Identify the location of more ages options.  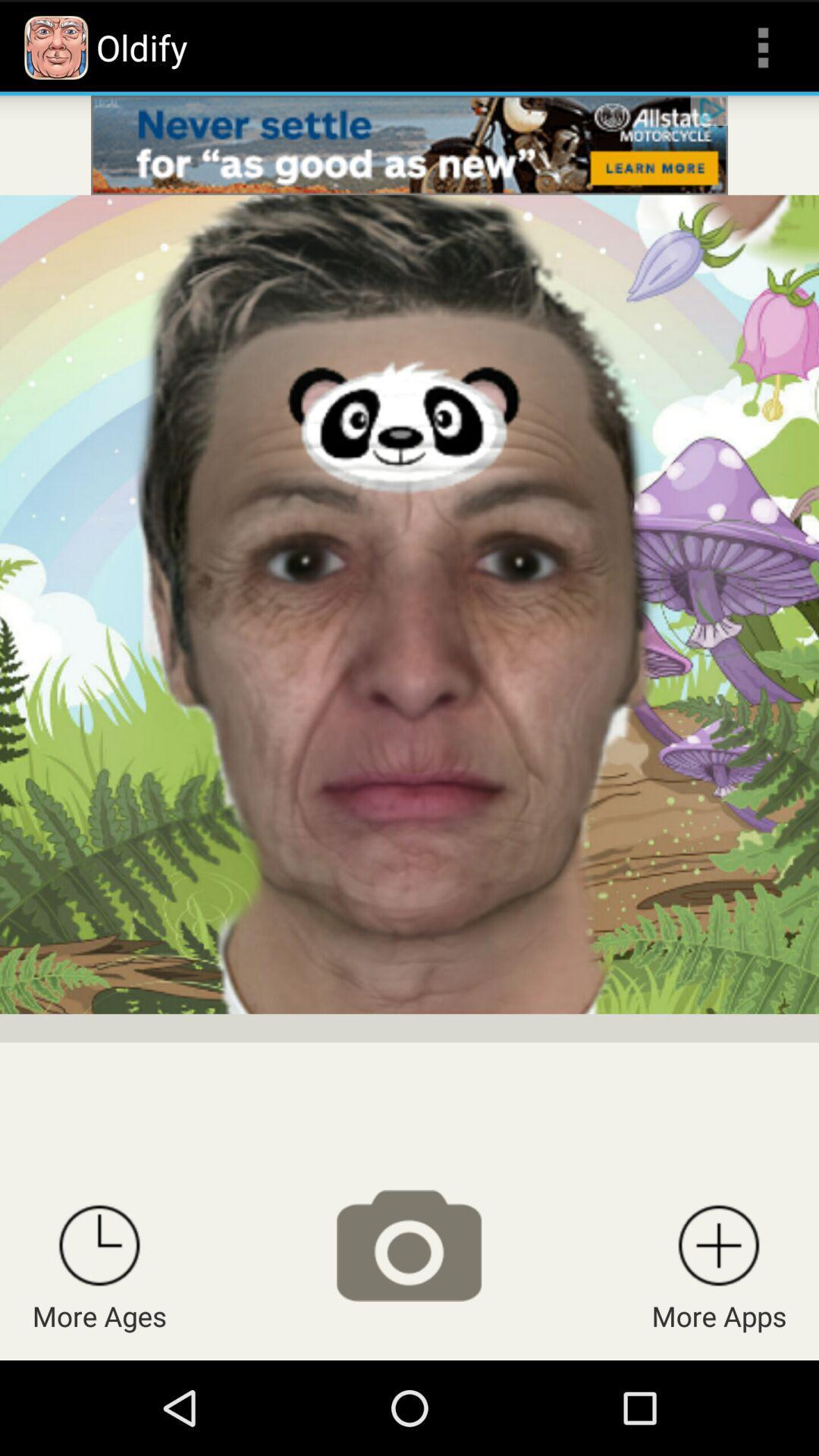
(99, 1245).